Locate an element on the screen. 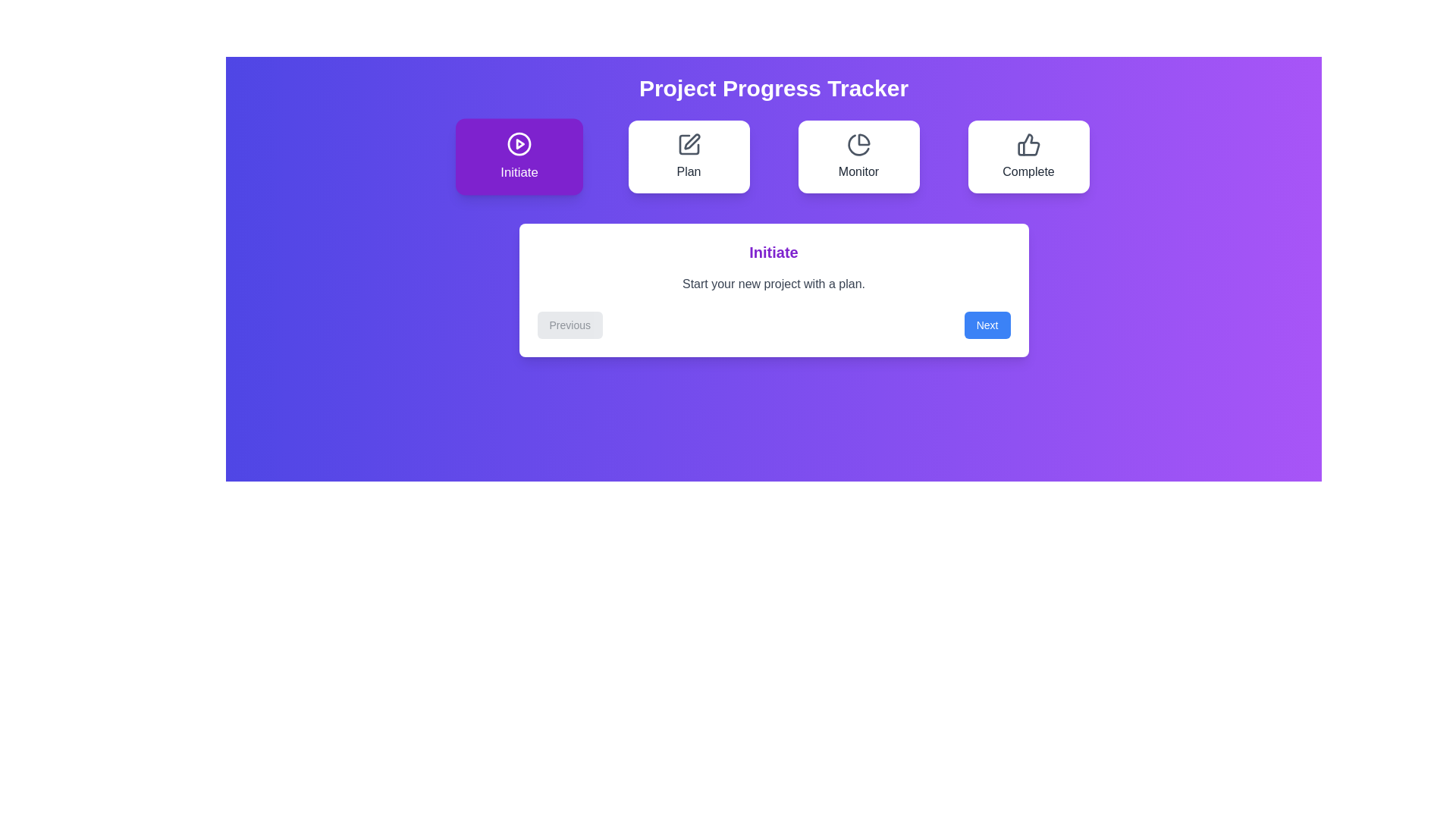 The height and width of the screenshot is (819, 1456). the step Complete in the progress tracker is located at coordinates (1028, 157).